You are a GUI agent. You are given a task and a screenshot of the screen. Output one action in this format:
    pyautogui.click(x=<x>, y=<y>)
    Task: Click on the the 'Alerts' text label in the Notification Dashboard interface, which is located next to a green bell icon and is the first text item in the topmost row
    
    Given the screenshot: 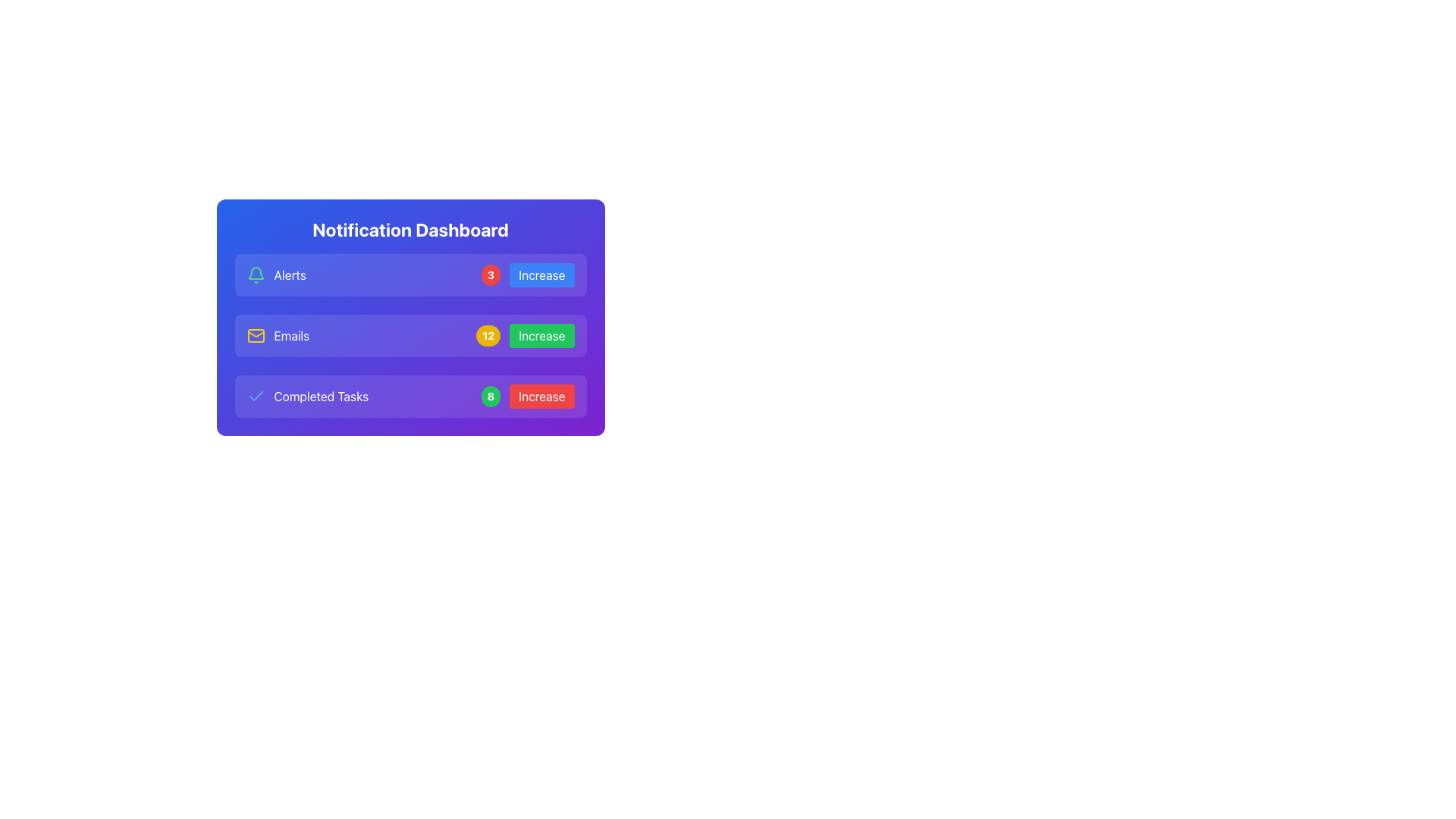 What is the action you would take?
    pyautogui.click(x=290, y=275)
    